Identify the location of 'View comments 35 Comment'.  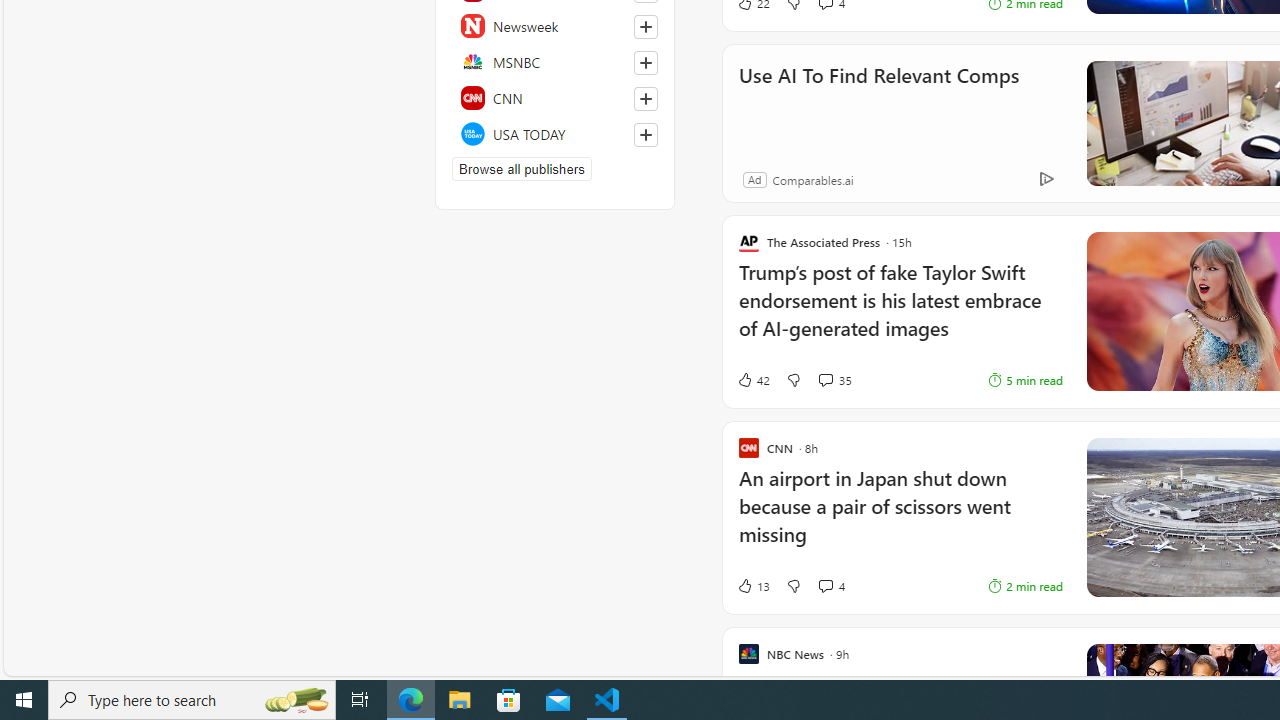
(825, 380).